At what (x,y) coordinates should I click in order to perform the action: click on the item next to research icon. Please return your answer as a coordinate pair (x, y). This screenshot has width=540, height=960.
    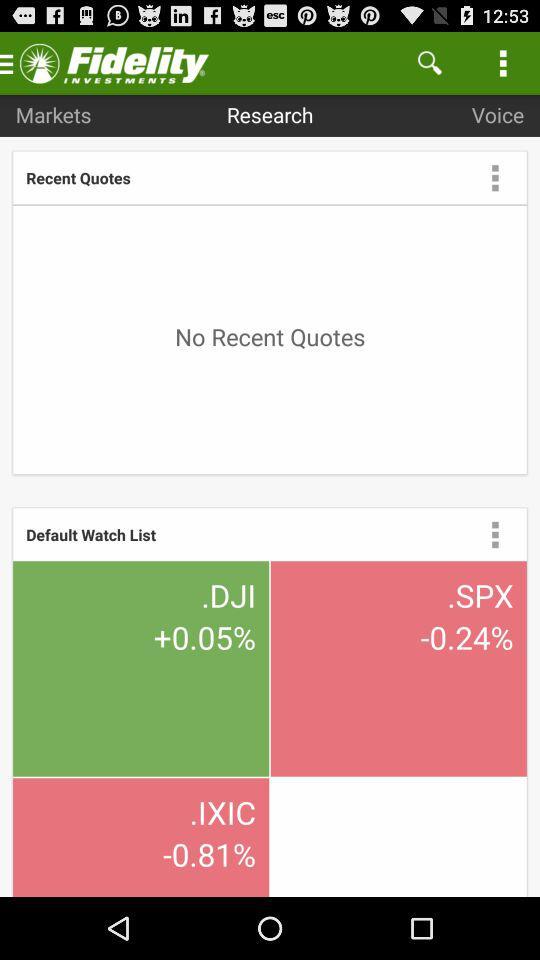
    Looking at the image, I should click on (53, 114).